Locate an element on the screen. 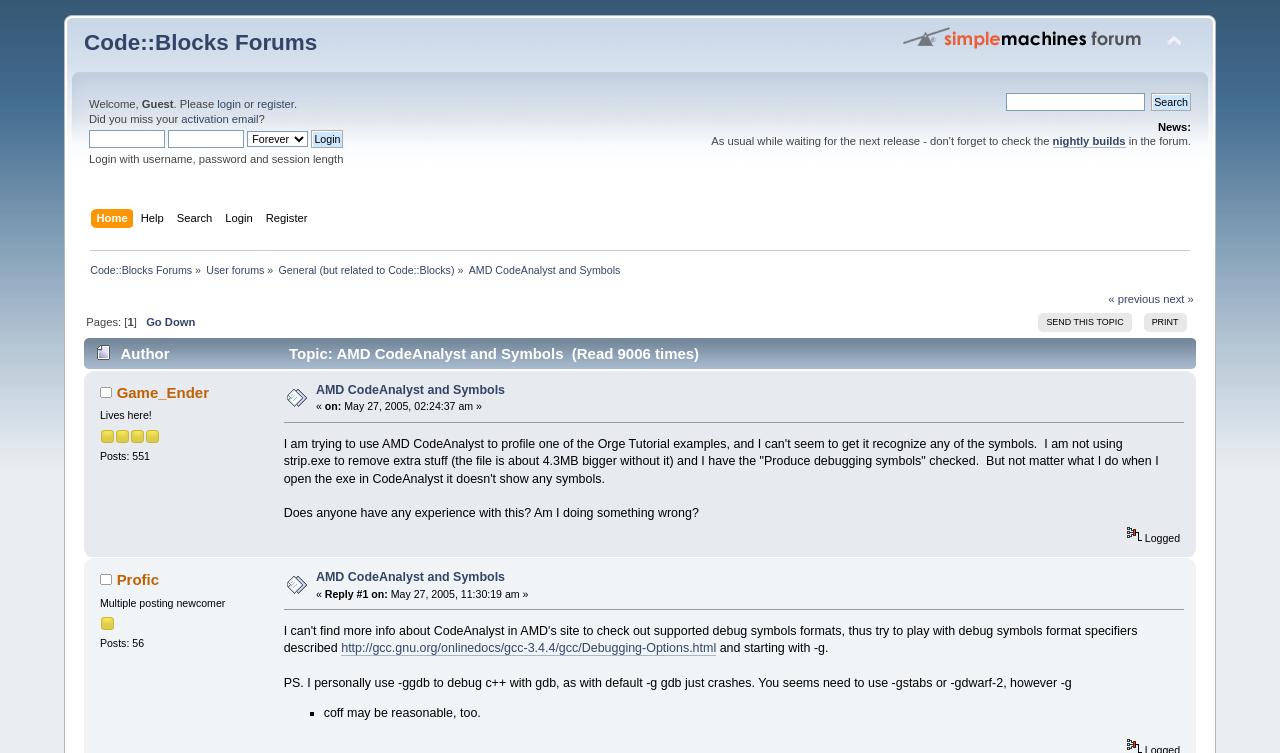 Image resolution: width=1280 pixels, height=753 pixels. 'May 27, 2005, 11:30:19 am »' is located at coordinates (386, 592).